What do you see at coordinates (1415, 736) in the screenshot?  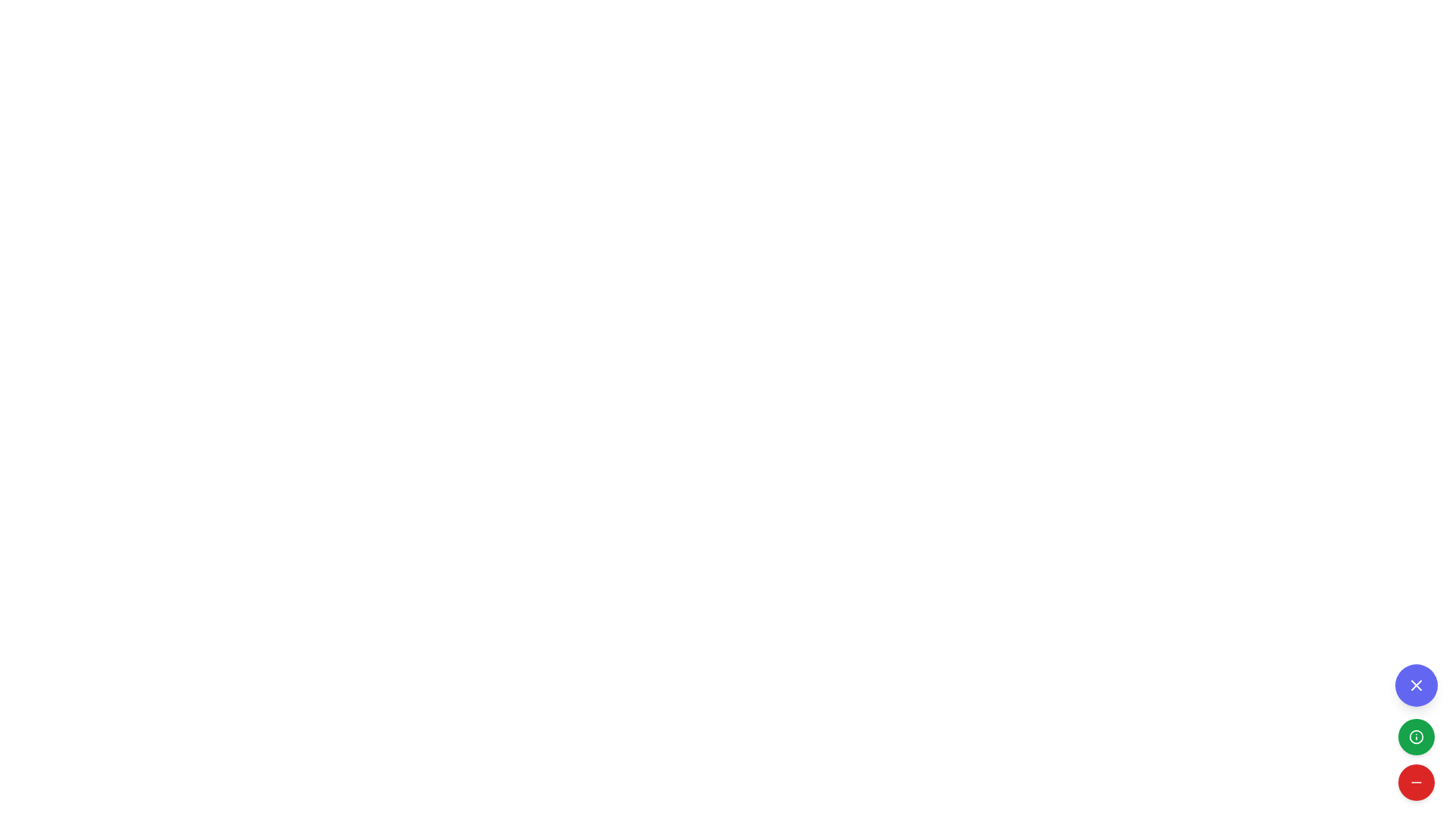 I see `the central circular component of the SVG icon, which serves as a decorative or structural element within the icon` at bounding box center [1415, 736].